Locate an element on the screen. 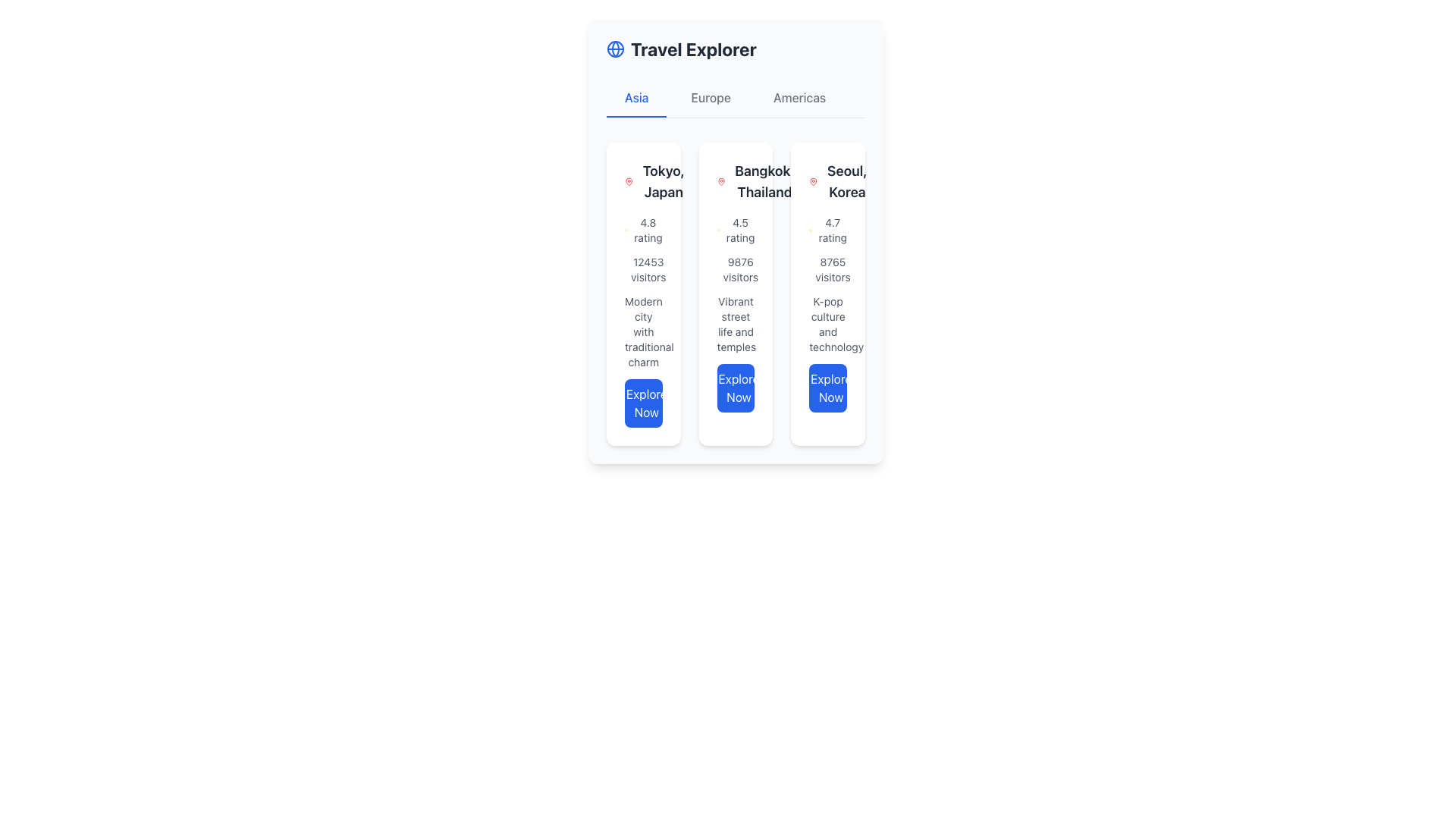  the text and icon pair displaying '4.8 rating' with a small yellow star icon, located in the first vertical card under the 'Asia' tab, positioned between 'Tokyo, Japan' and '12453 visitors' is located at coordinates (643, 231).